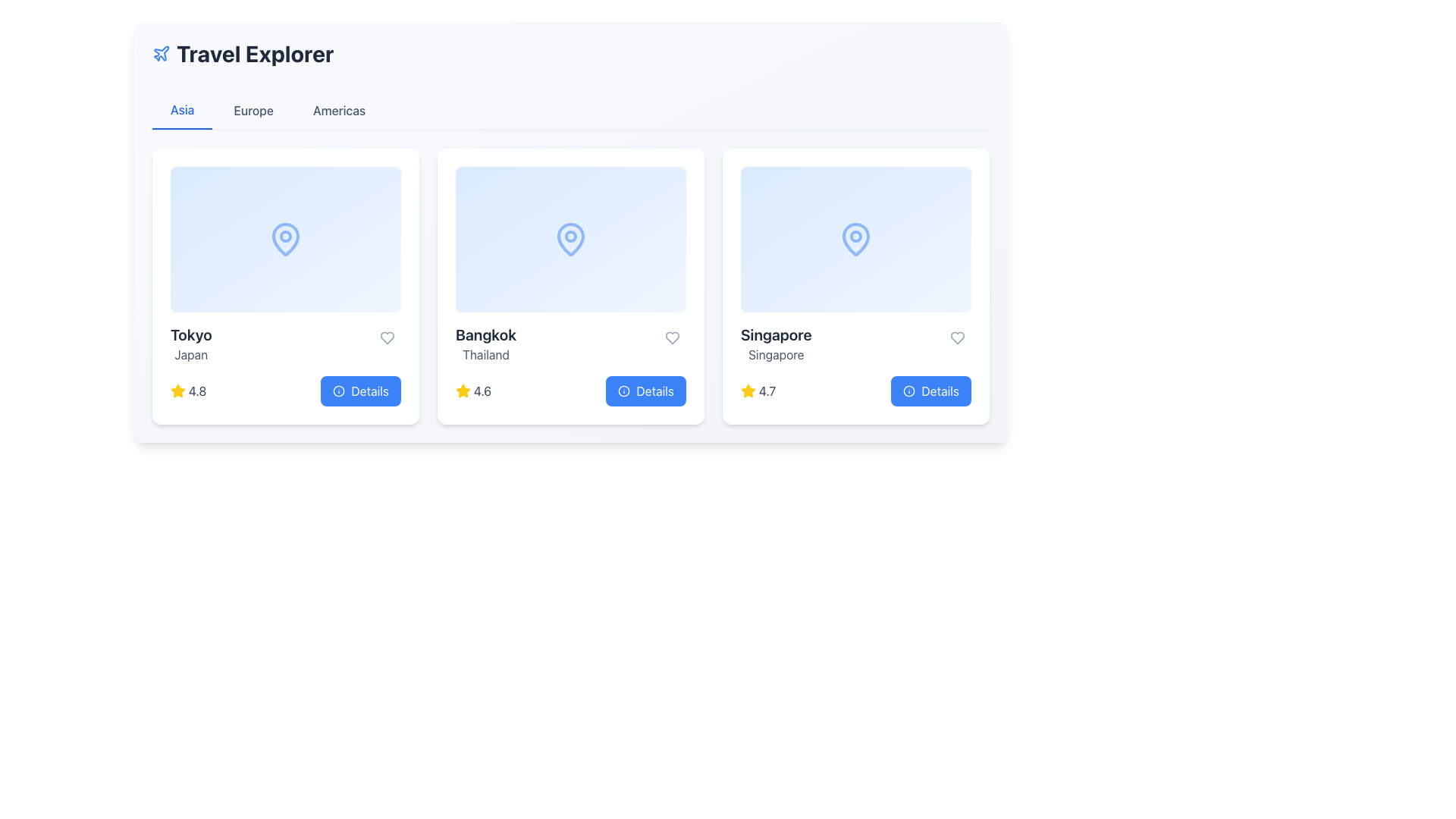 This screenshot has width=1456, height=819. Describe the element at coordinates (646, 391) in the screenshot. I see `the button located on the right-hand side below the star rating and text description for the 'Bangkok' entry` at that location.